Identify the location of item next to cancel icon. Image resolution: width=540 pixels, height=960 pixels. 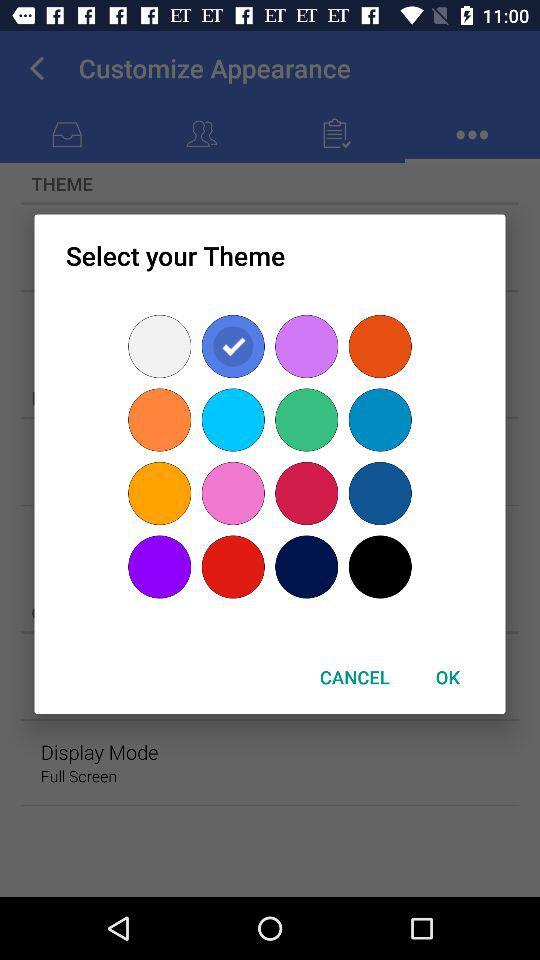
(447, 677).